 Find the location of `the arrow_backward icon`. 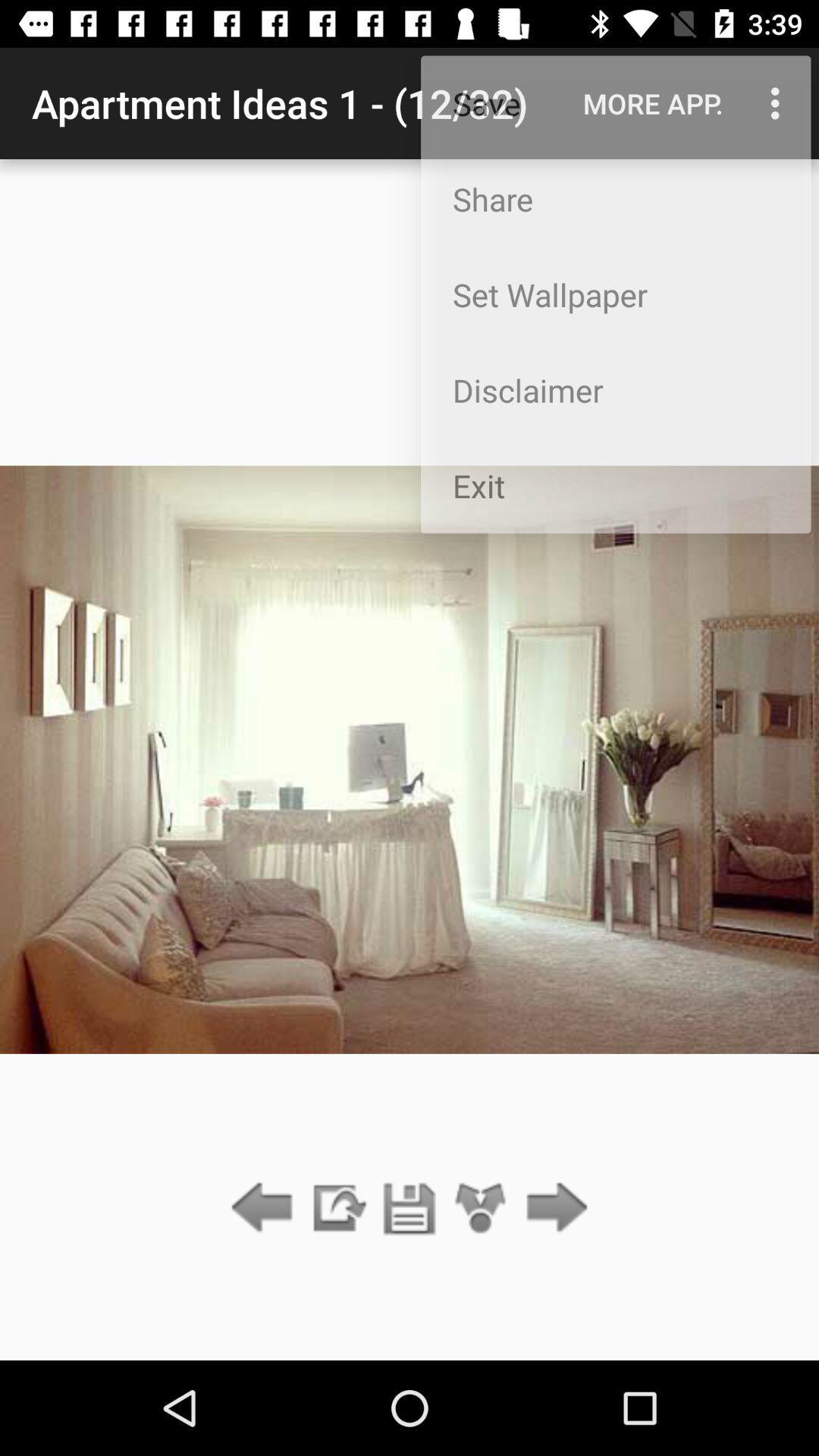

the arrow_backward icon is located at coordinates (265, 1208).